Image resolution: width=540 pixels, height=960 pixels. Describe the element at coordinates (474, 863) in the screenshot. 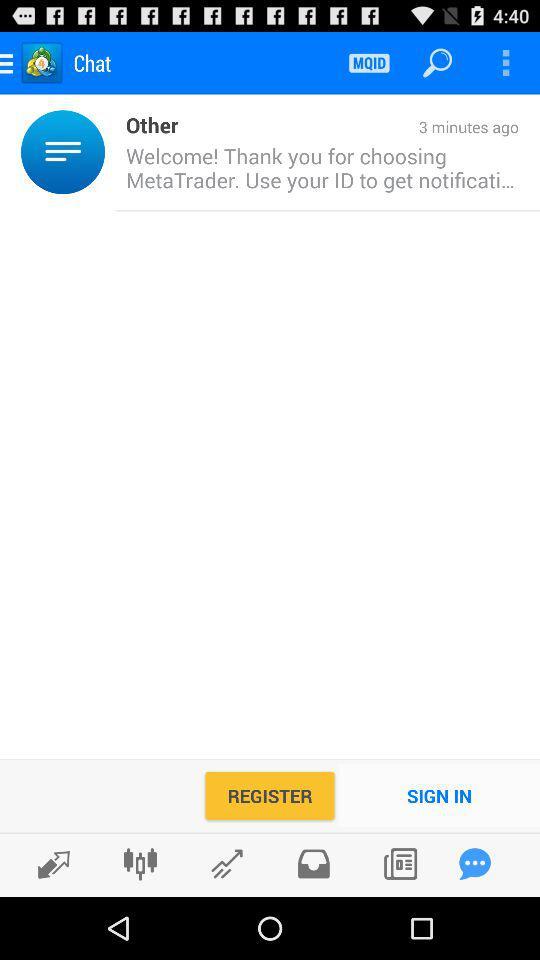

I see `to start a chat` at that location.